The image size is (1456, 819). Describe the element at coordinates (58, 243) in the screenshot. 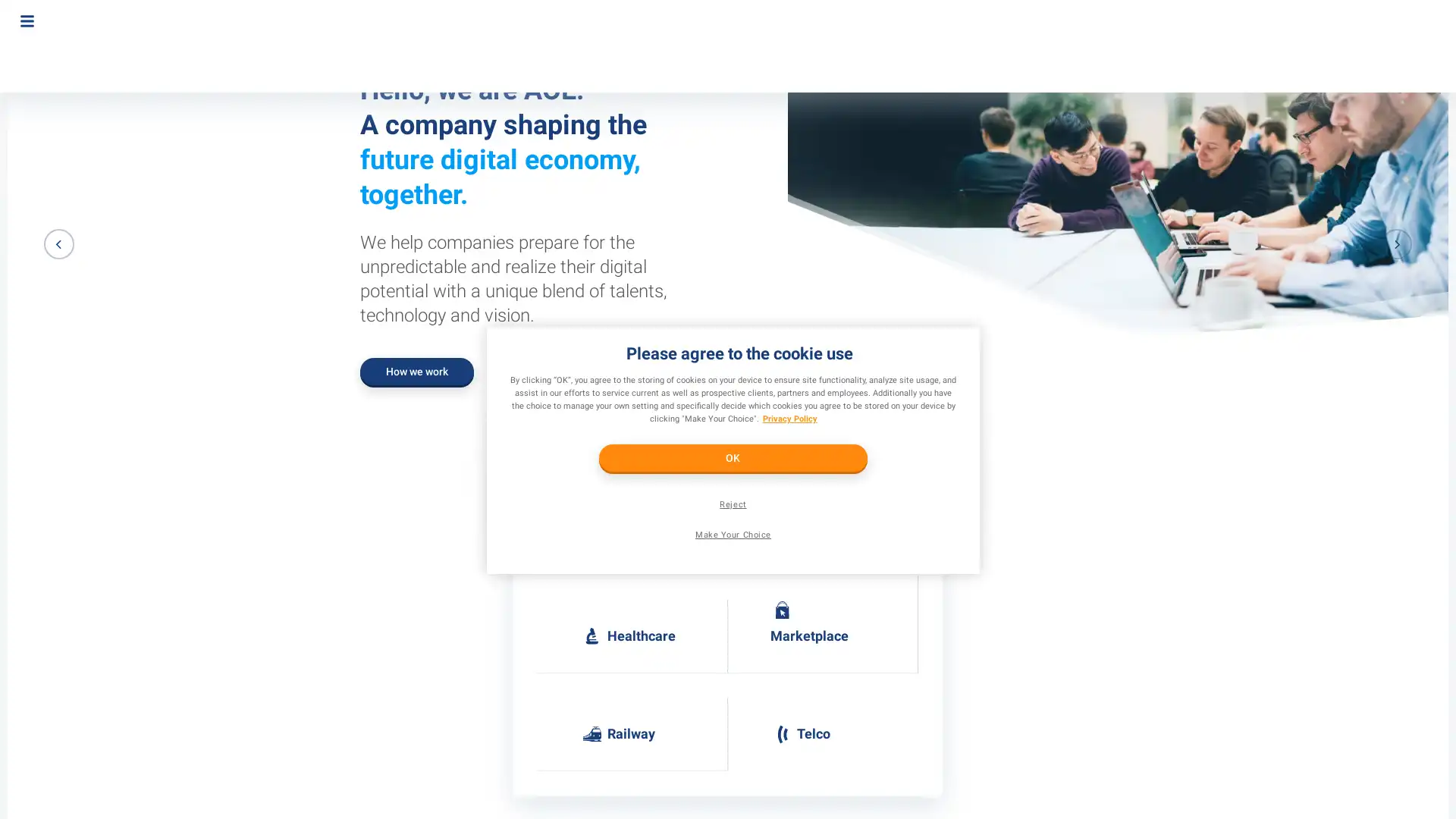

I see `Previous` at that location.